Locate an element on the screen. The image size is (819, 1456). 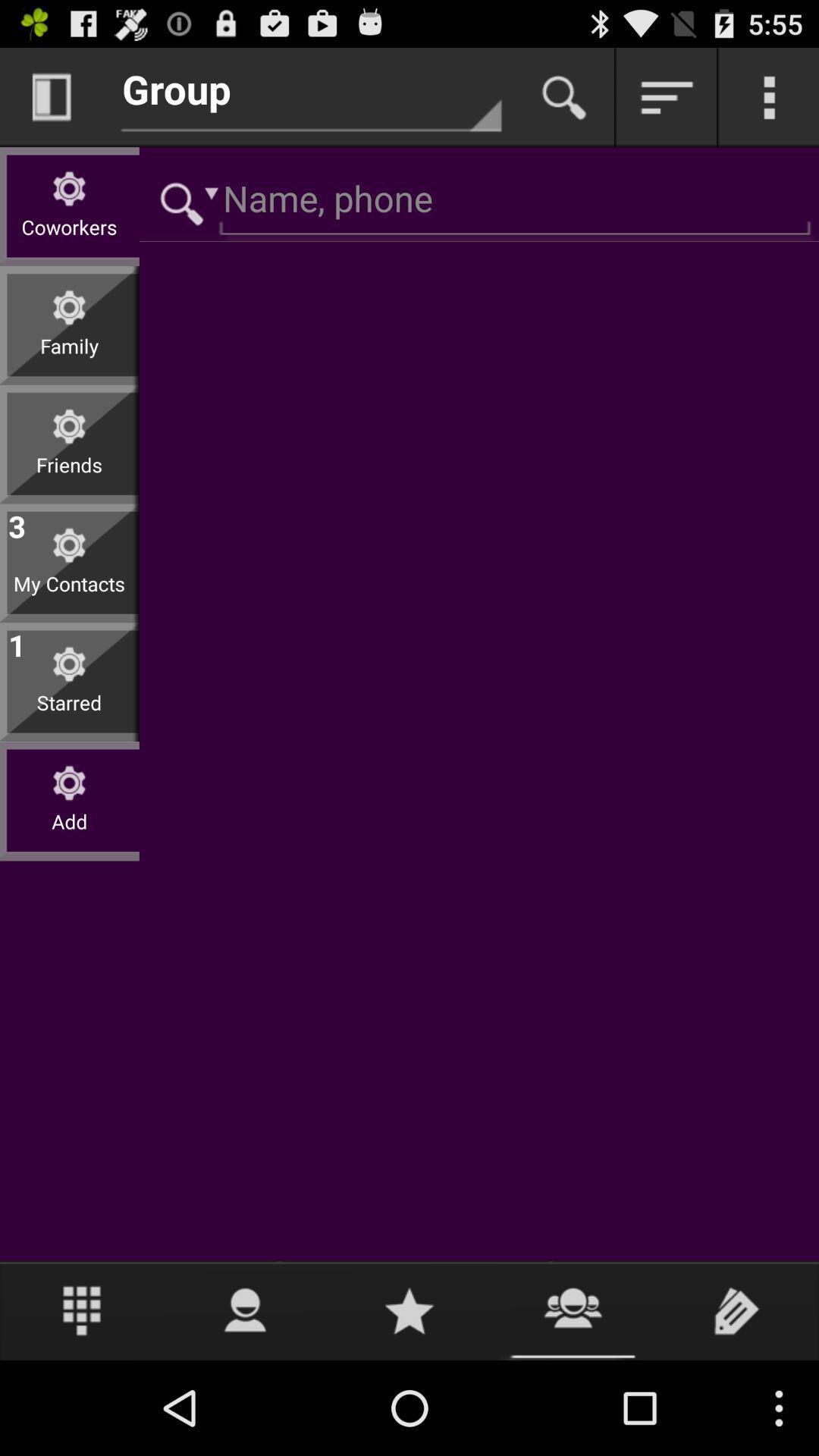
search dropdown is located at coordinates (182, 200).